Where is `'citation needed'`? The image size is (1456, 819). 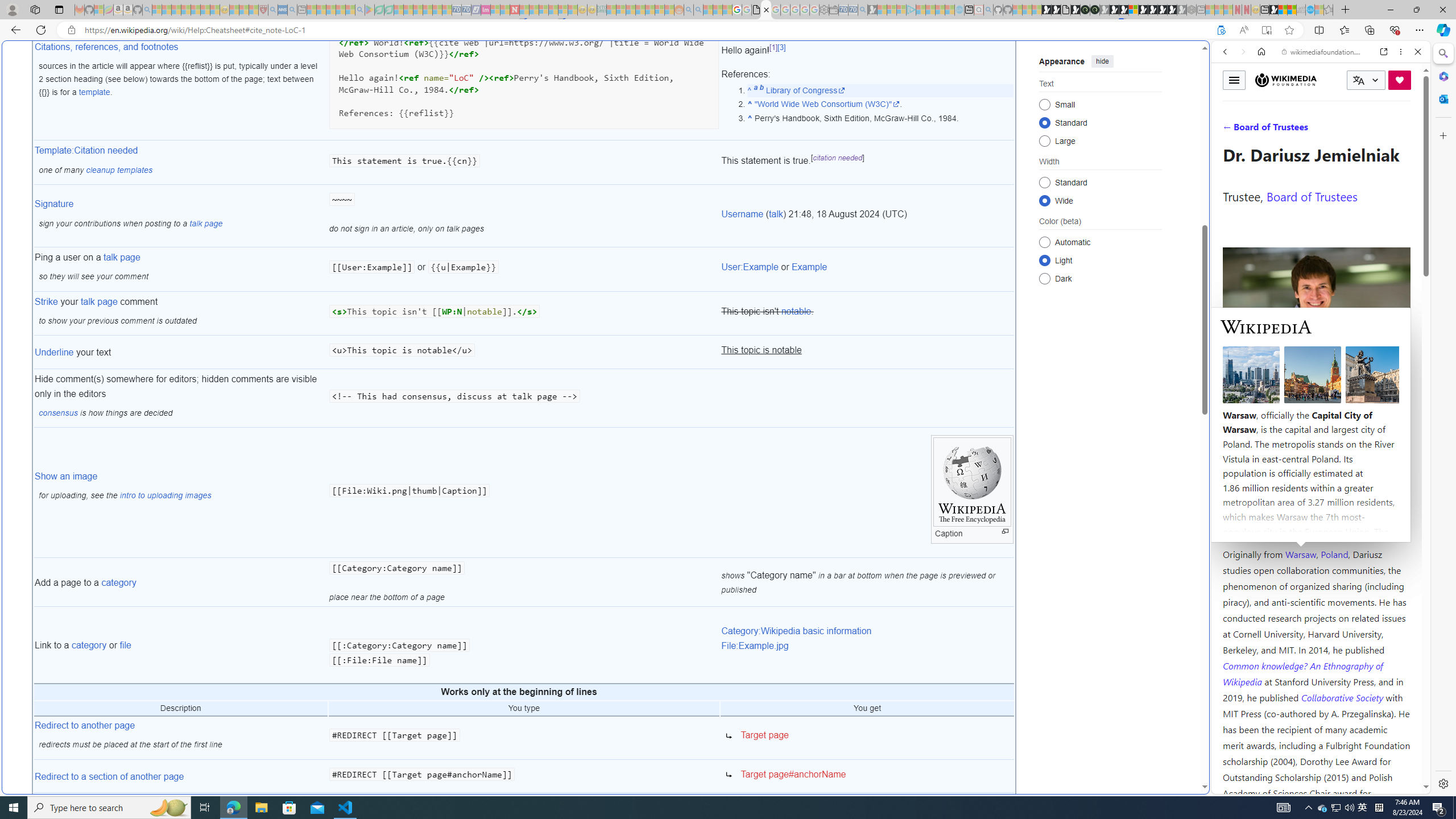
'citation needed' is located at coordinates (837, 157).